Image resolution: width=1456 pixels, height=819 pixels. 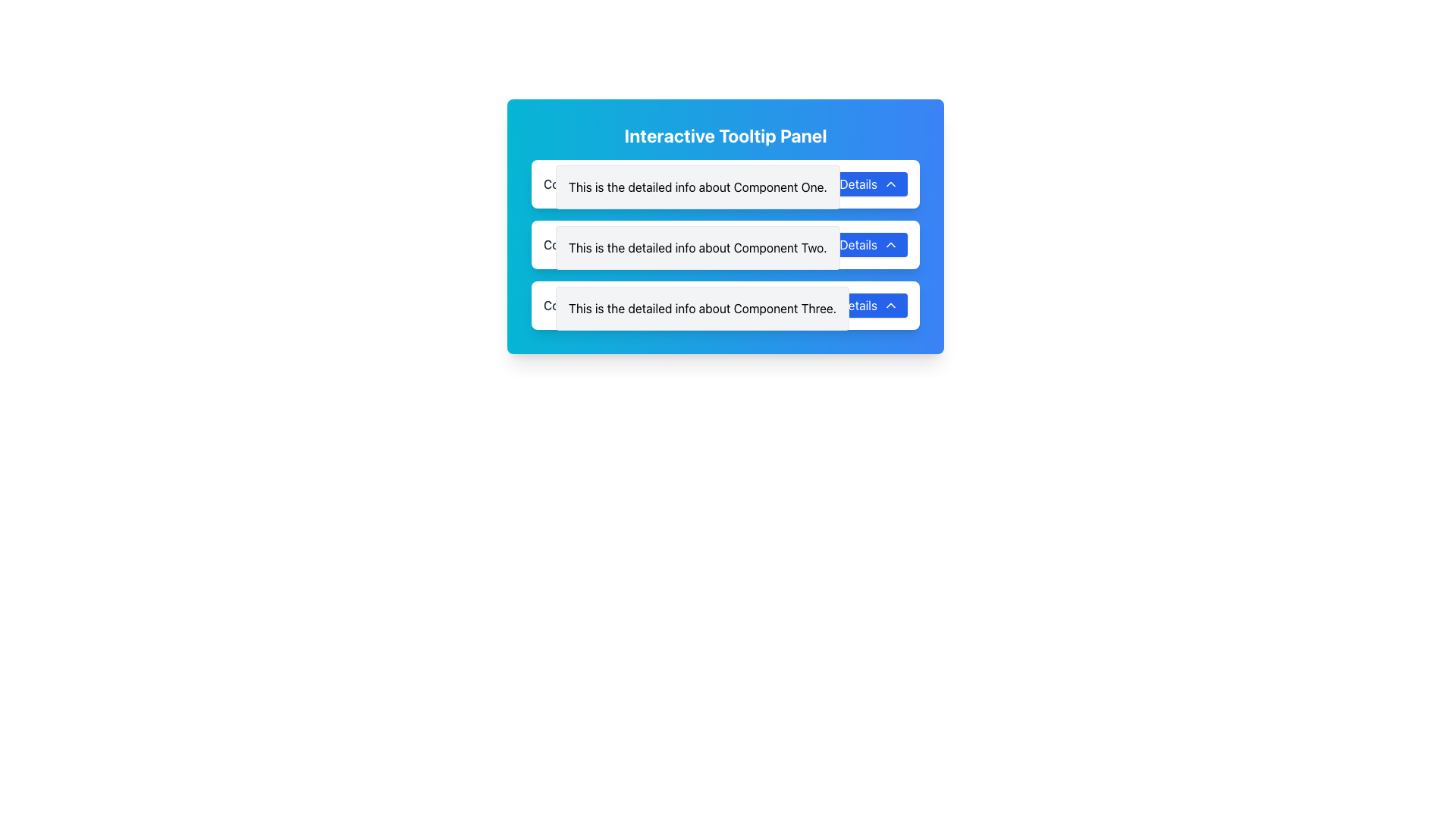 I want to click on the 'Details' button with a blue background and white text, located to the right of the 'Component Two' panel, so click(x=869, y=244).